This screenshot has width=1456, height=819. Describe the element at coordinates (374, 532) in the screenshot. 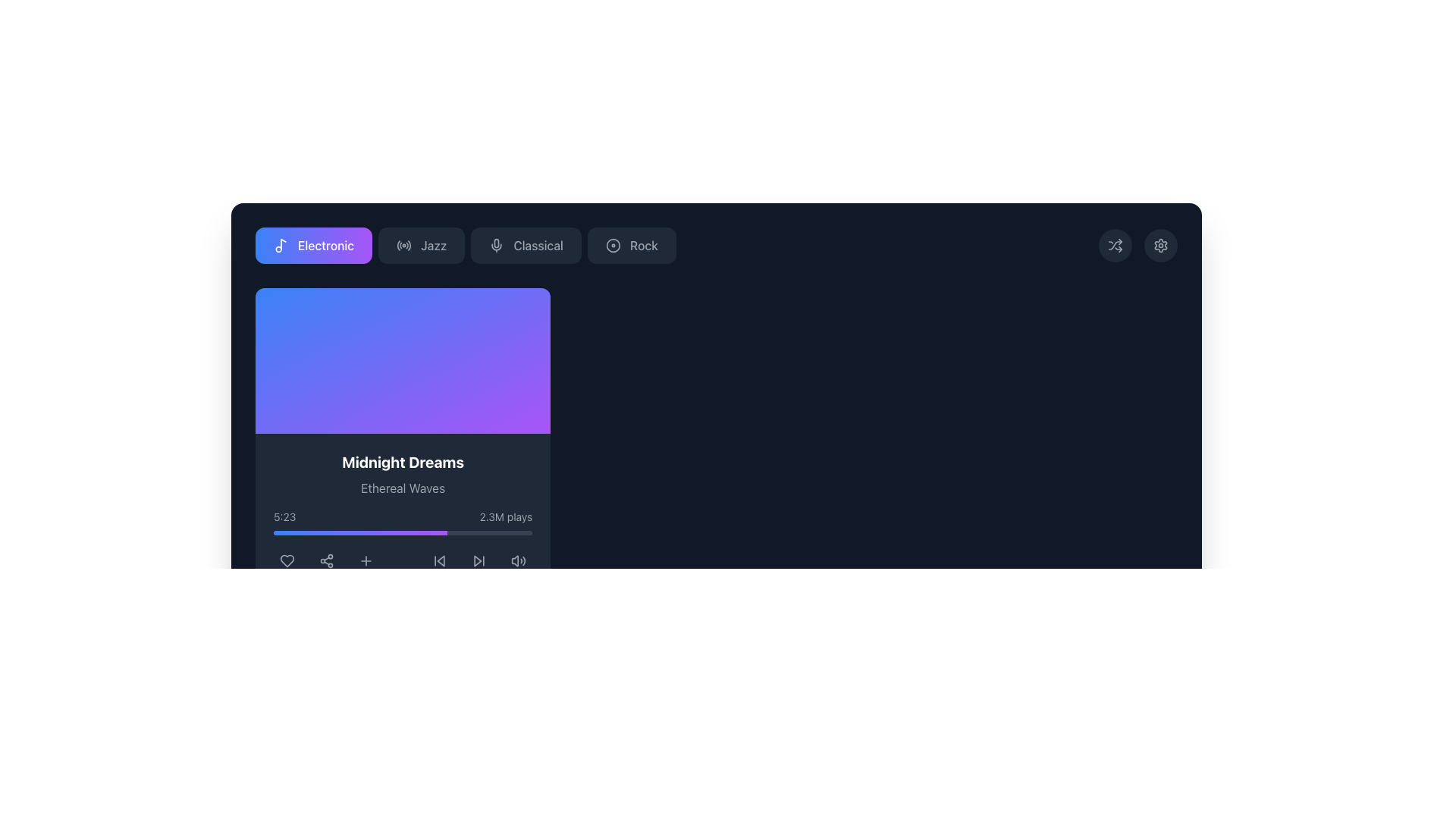

I see `the slider value` at that location.